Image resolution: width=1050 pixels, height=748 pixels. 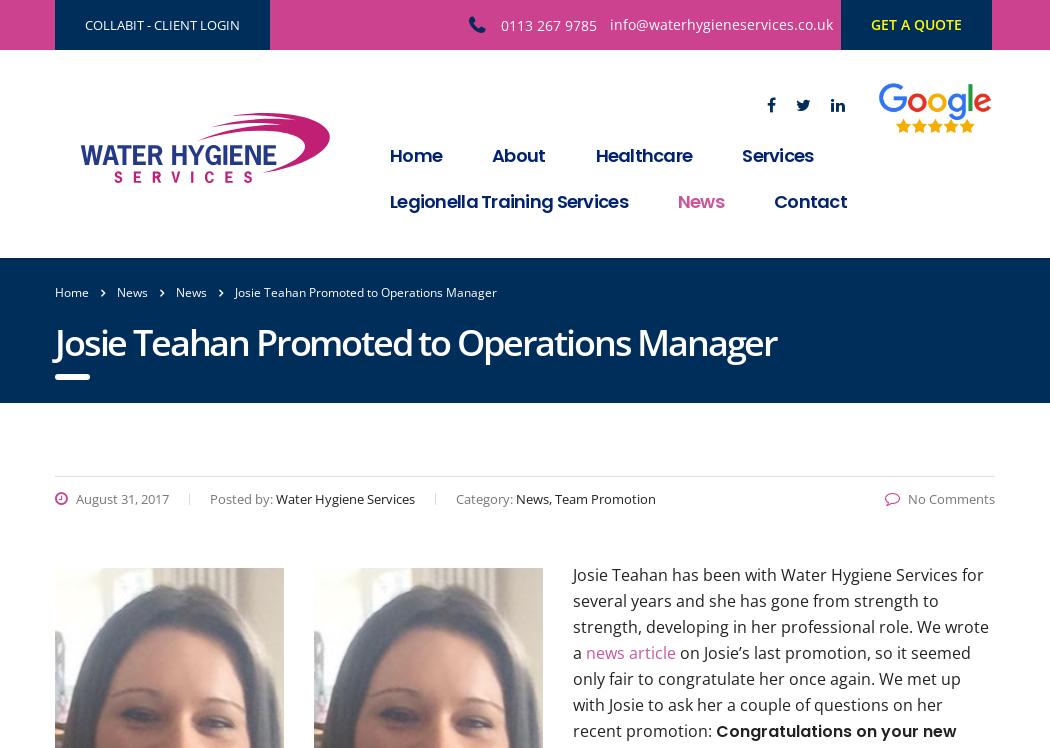 What do you see at coordinates (771, 691) in the screenshot?
I see `'on Josie’s last promotion, so it seemed only fair to congratulate her once again.
We met up with Josie to ask her a couple of questions on her recent promotion:'` at bounding box center [771, 691].